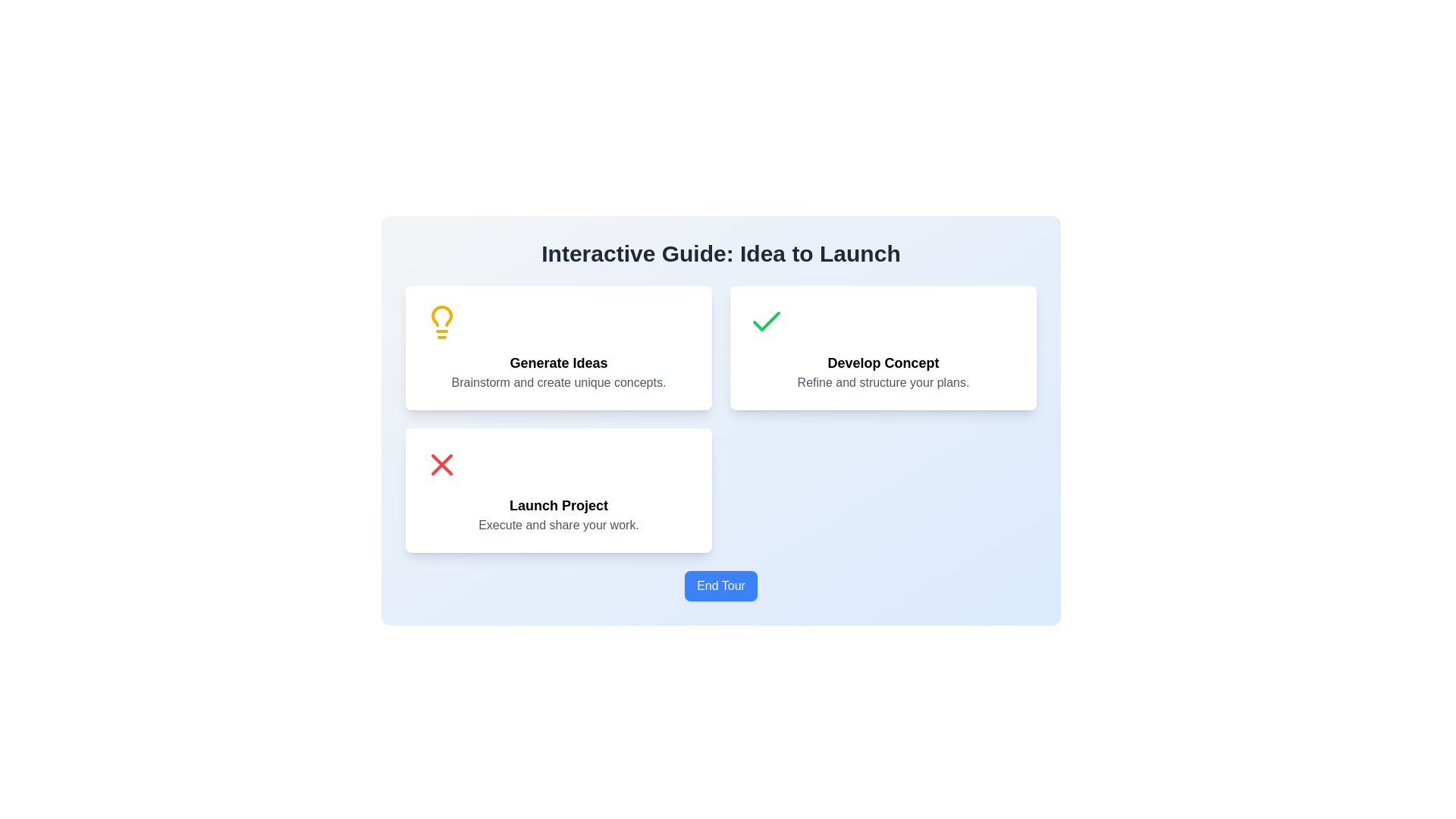 This screenshot has height=819, width=1456. What do you see at coordinates (558, 491) in the screenshot?
I see `the Info card highlighting the 'Launch Project' phase, which is the third card in the bottom-left portion of the grid layout` at bounding box center [558, 491].